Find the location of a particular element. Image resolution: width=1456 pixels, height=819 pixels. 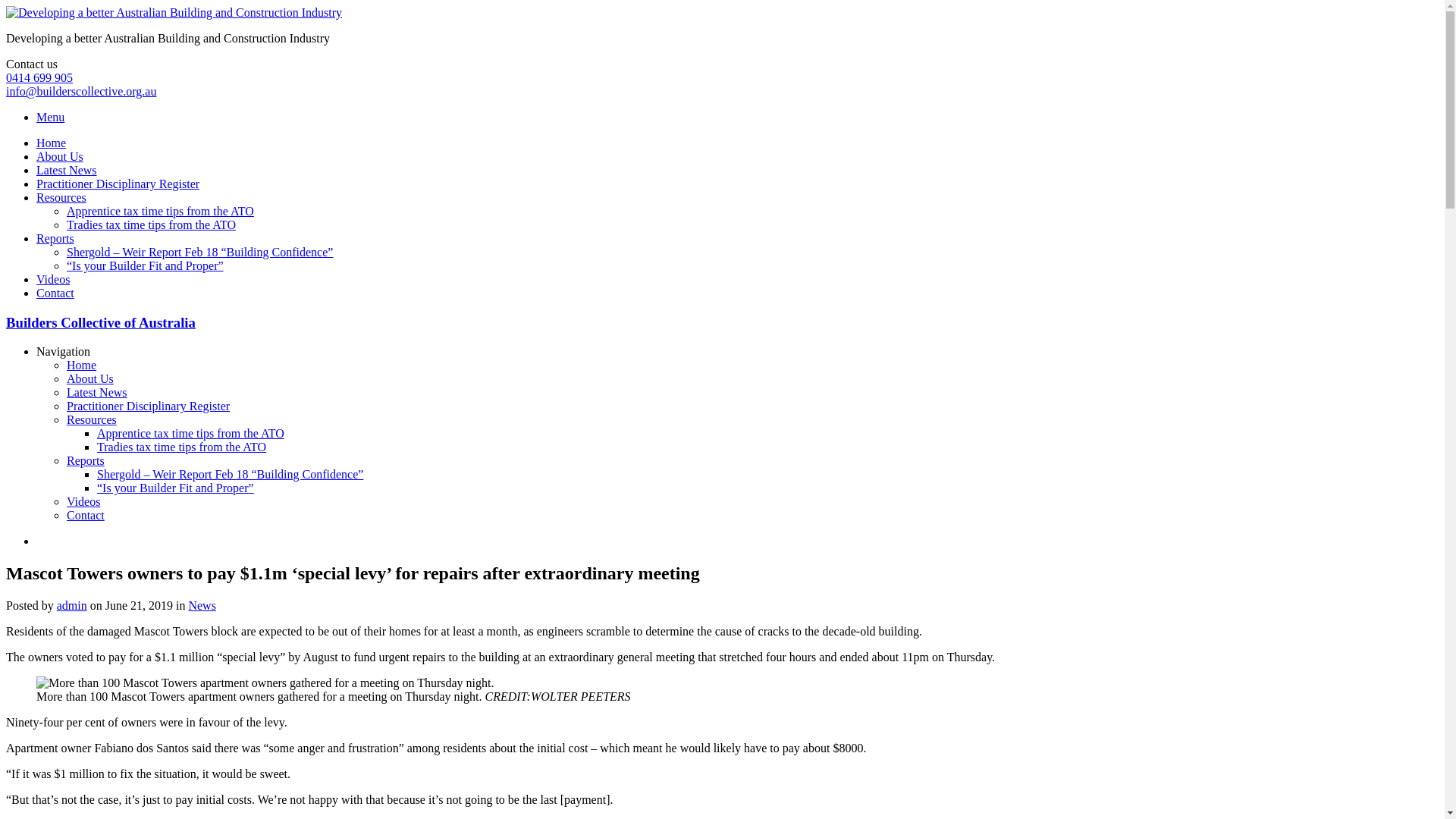

'Tradies tax time tips from the ATO' is located at coordinates (181, 446).